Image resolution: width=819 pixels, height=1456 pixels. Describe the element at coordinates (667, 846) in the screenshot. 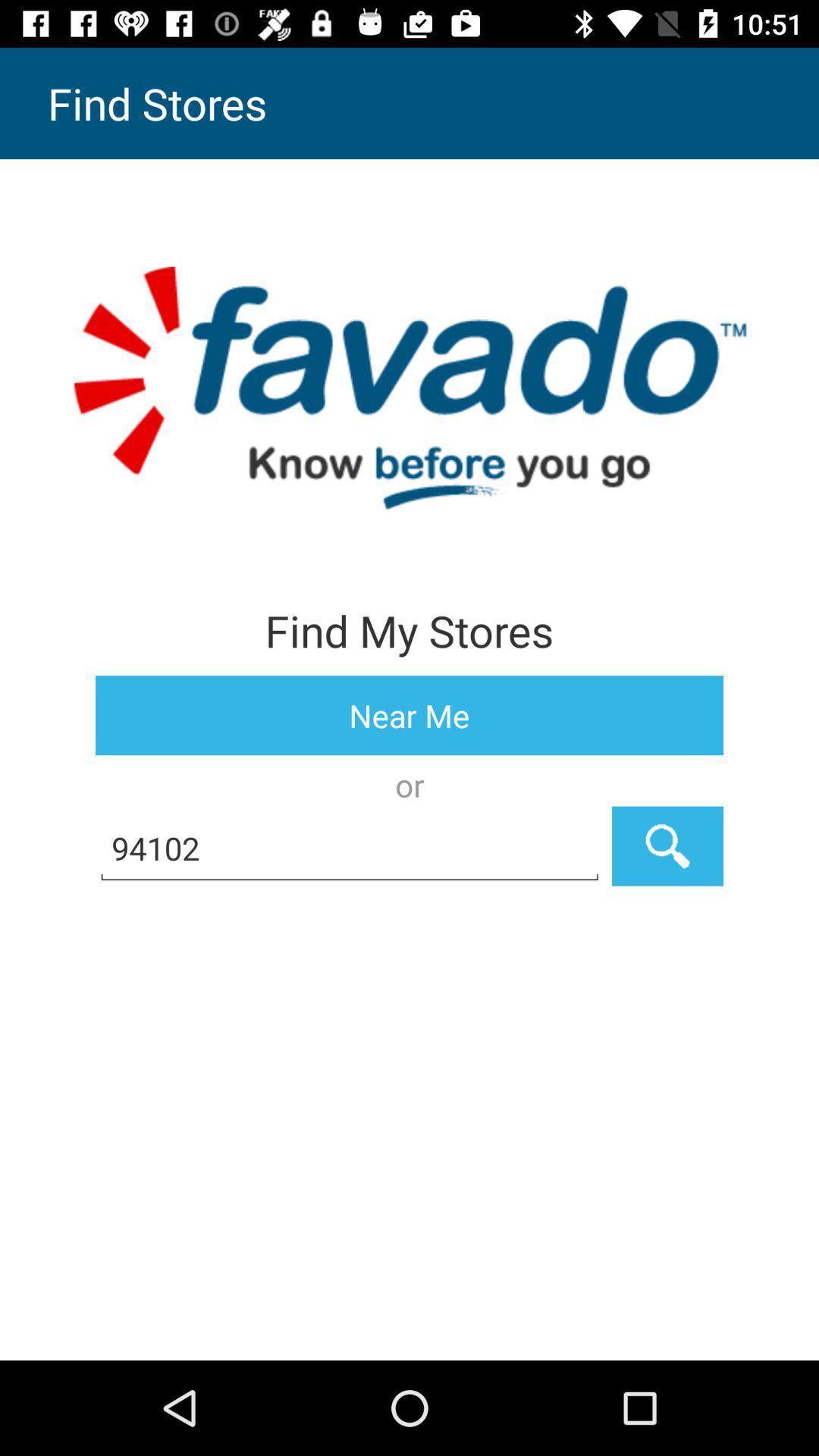

I see `search` at that location.